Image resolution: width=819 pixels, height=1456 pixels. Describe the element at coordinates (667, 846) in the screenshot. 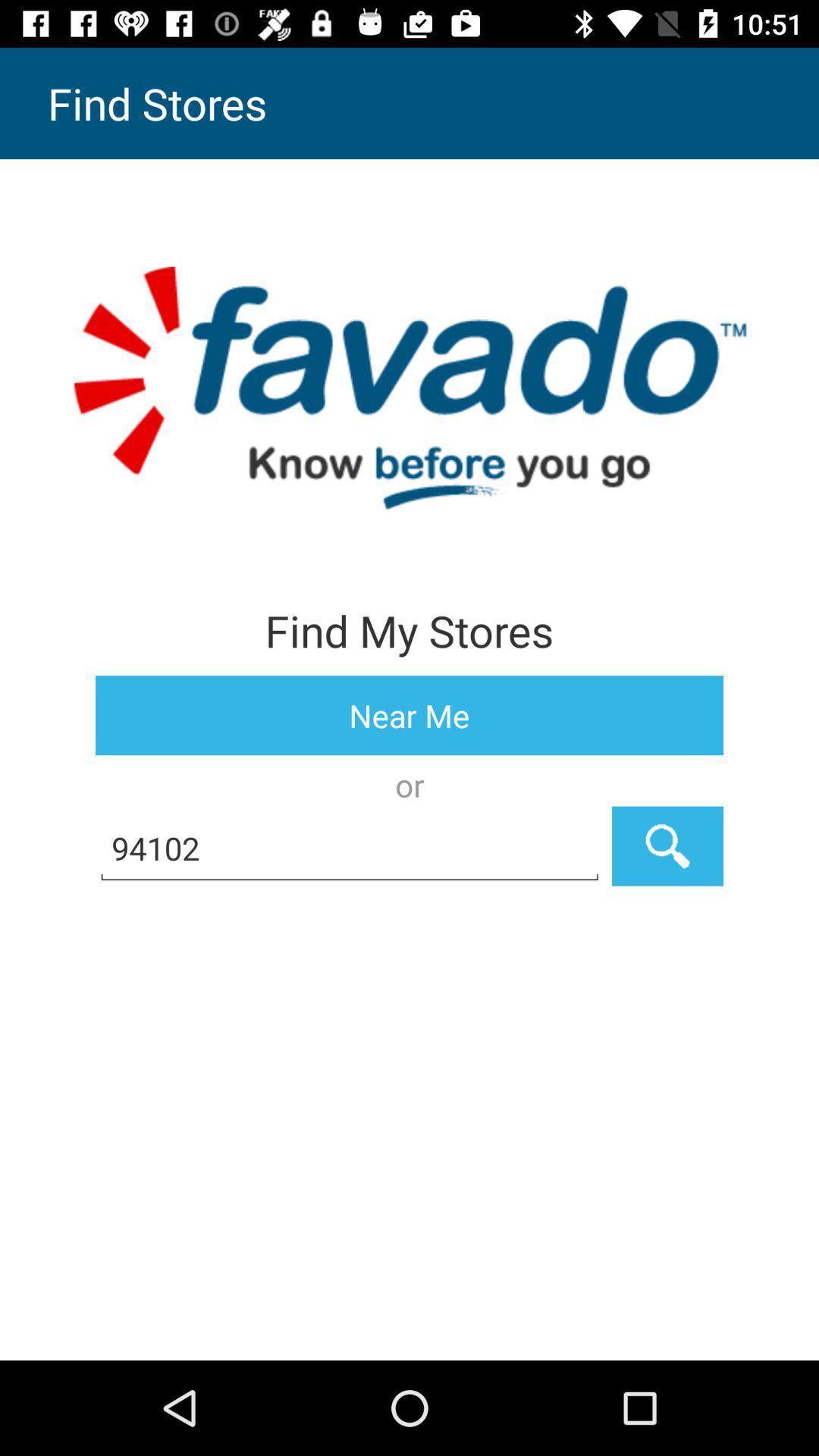

I see `search` at that location.